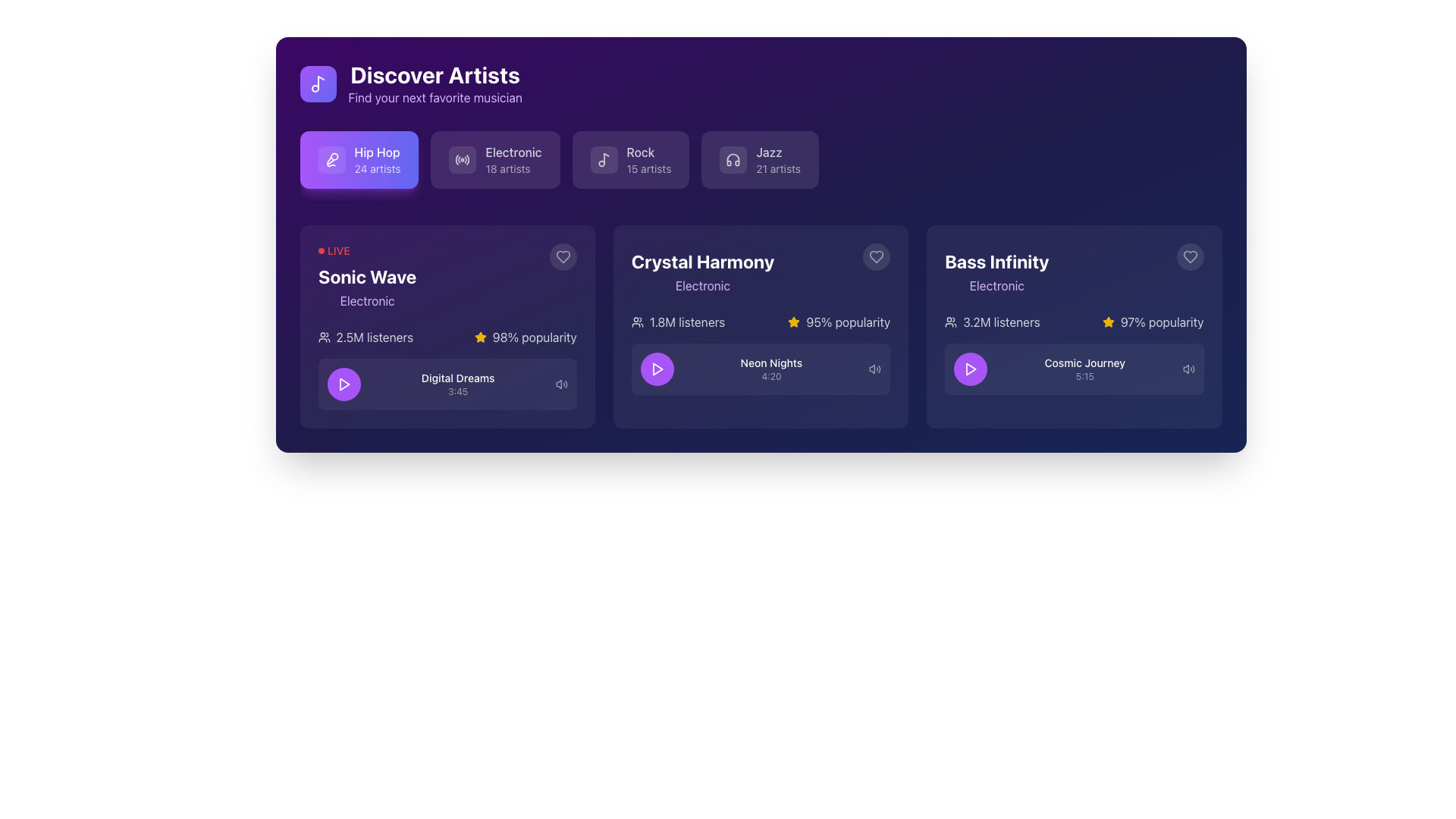  What do you see at coordinates (657, 369) in the screenshot?
I see `the play icon button located in the 'Crystal Harmony' card section` at bounding box center [657, 369].